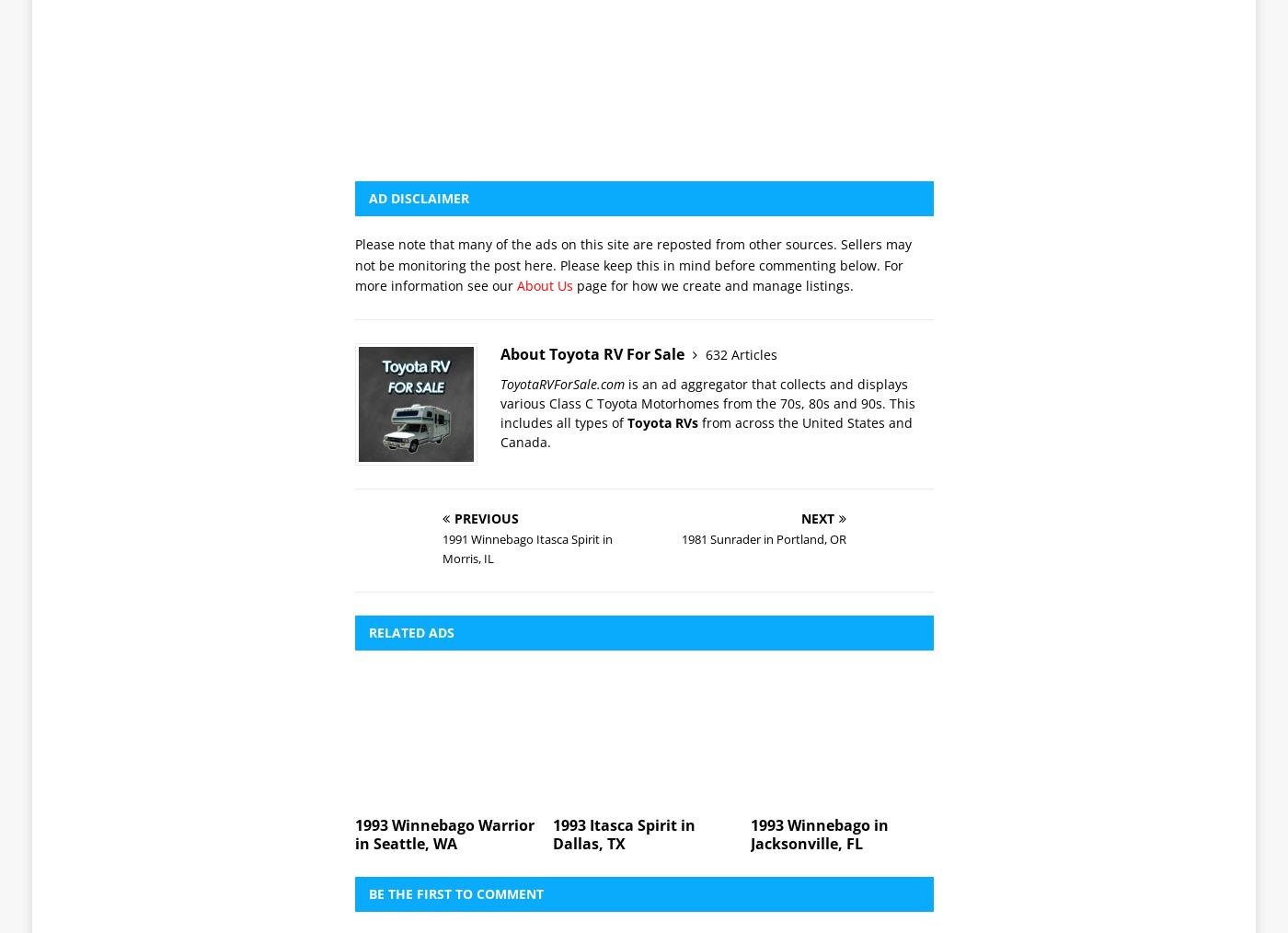 This screenshot has height=933, width=1288. I want to click on 'ToyotaRVForSale.com', so click(562, 126).